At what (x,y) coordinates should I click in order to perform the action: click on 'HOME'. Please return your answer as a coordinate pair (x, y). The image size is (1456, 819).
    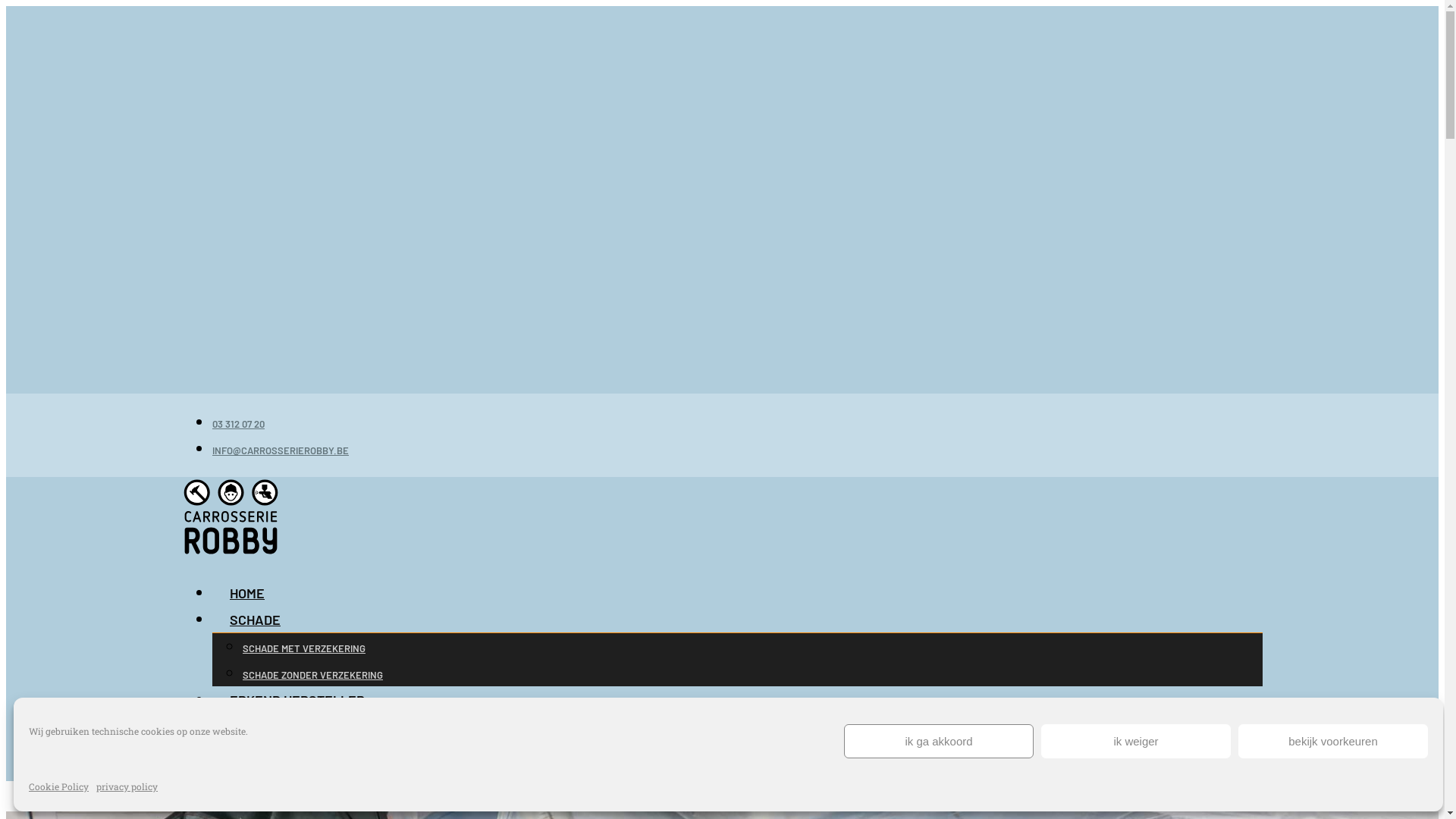
    Looking at the image, I should click on (247, 592).